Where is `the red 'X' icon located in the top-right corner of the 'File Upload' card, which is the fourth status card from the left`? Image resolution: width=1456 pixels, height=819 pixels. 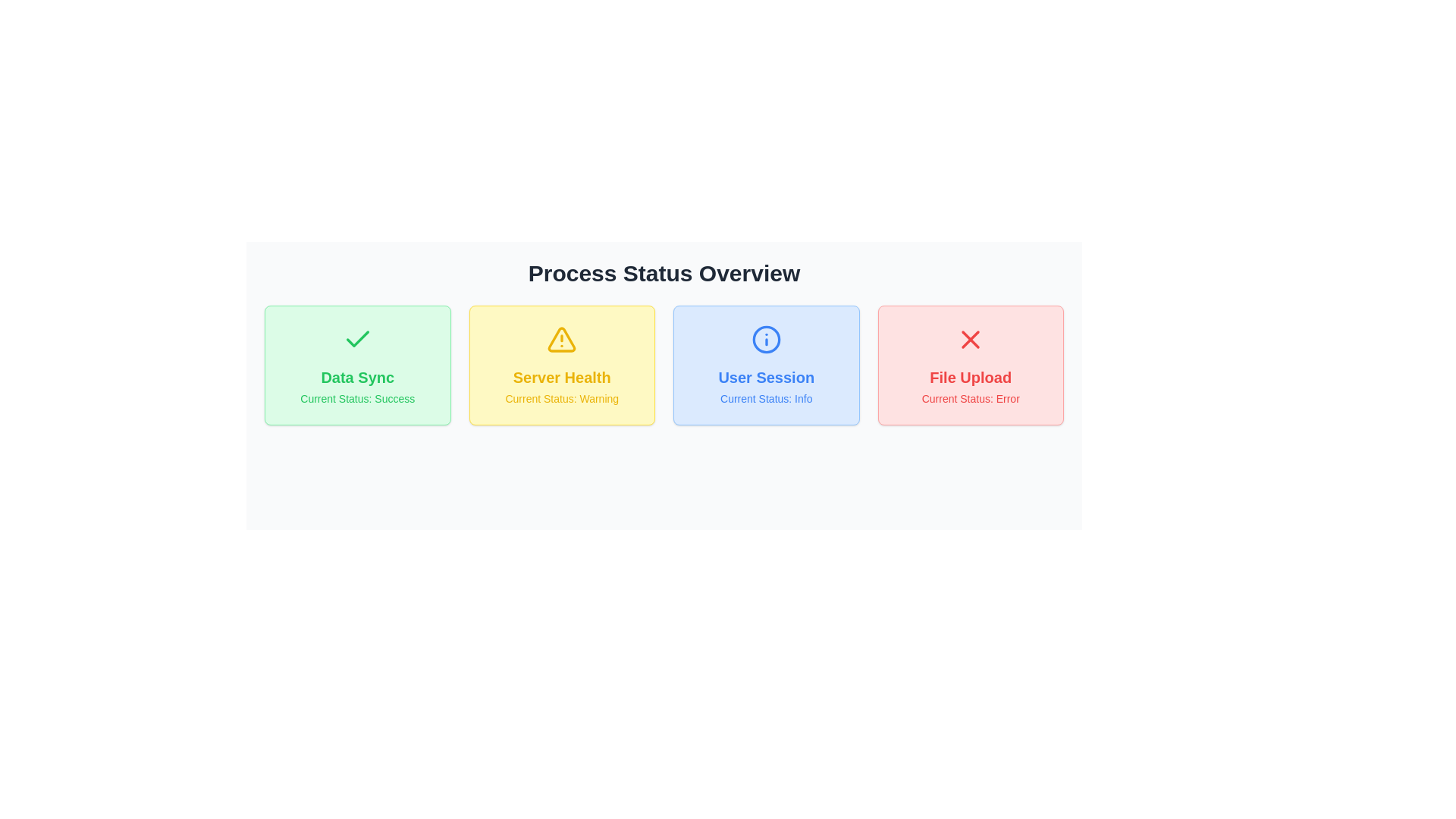
the red 'X' icon located in the top-right corner of the 'File Upload' card, which is the fourth status card from the left is located at coordinates (971, 338).